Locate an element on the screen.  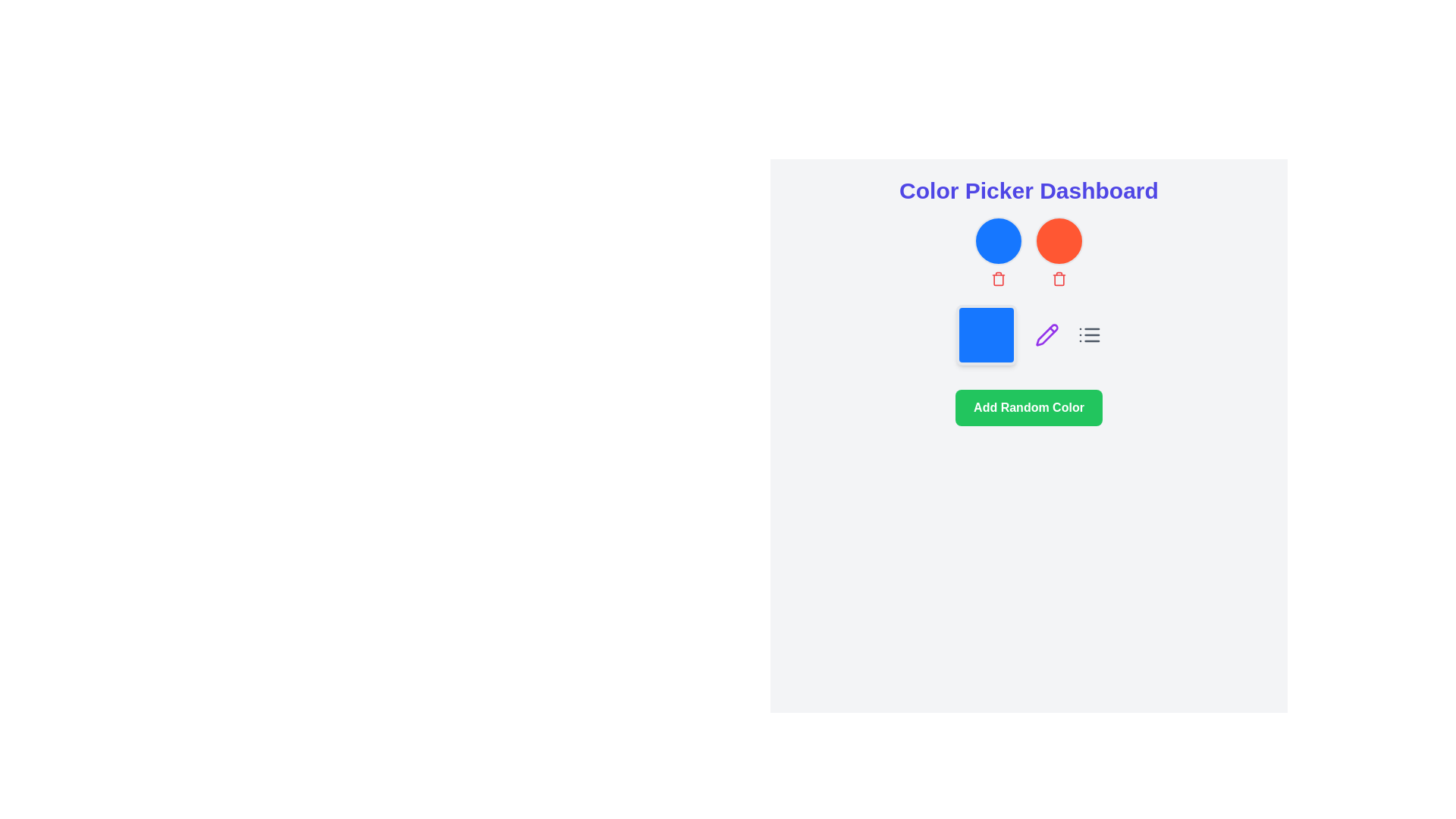
the small red trash can icon located beneath the blue circular selector is located at coordinates (998, 278).